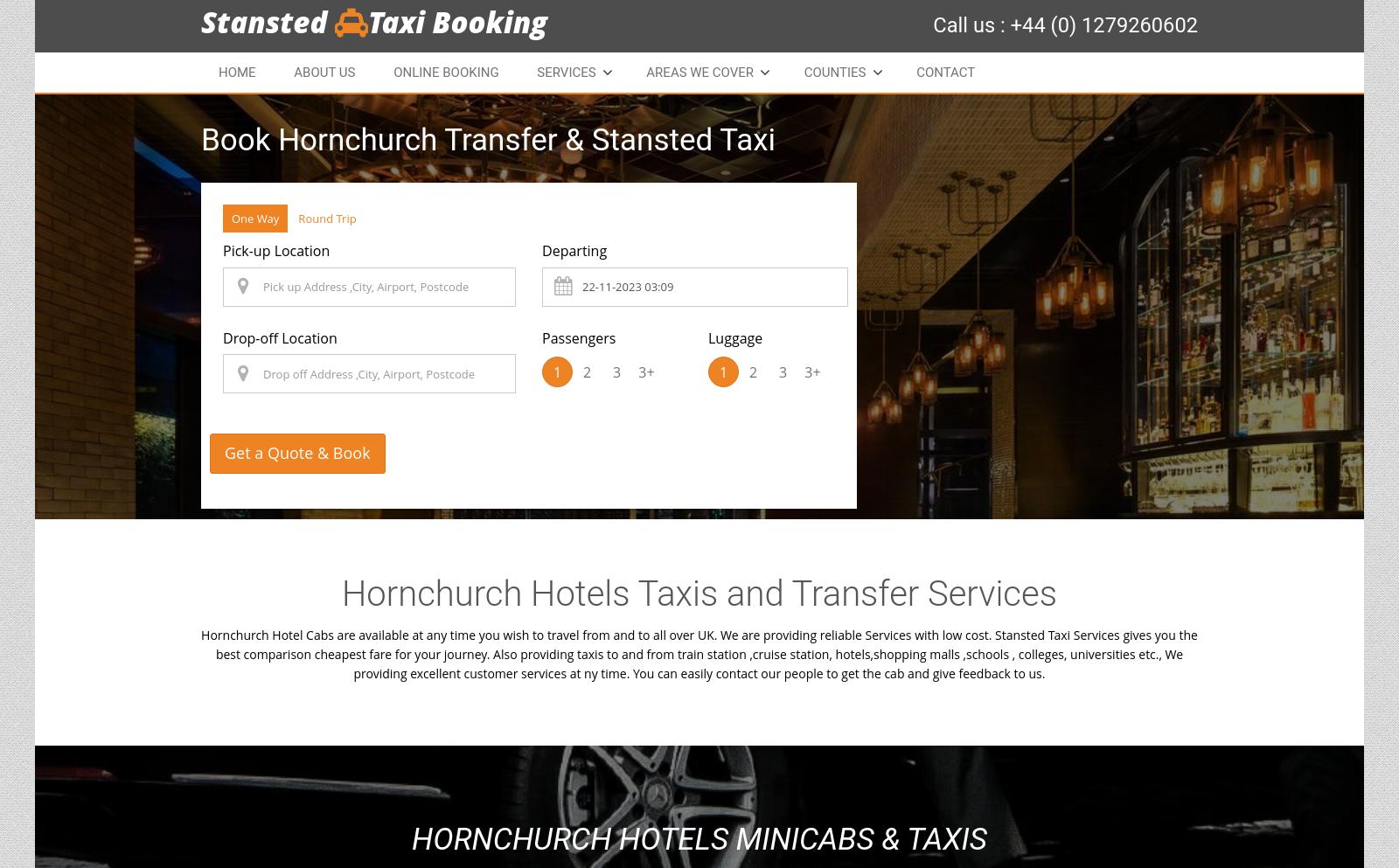 The width and height of the screenshot is (1399, 868). I want to click on 'Call us : +44 (0) 1279260602', so click(1064, 24).